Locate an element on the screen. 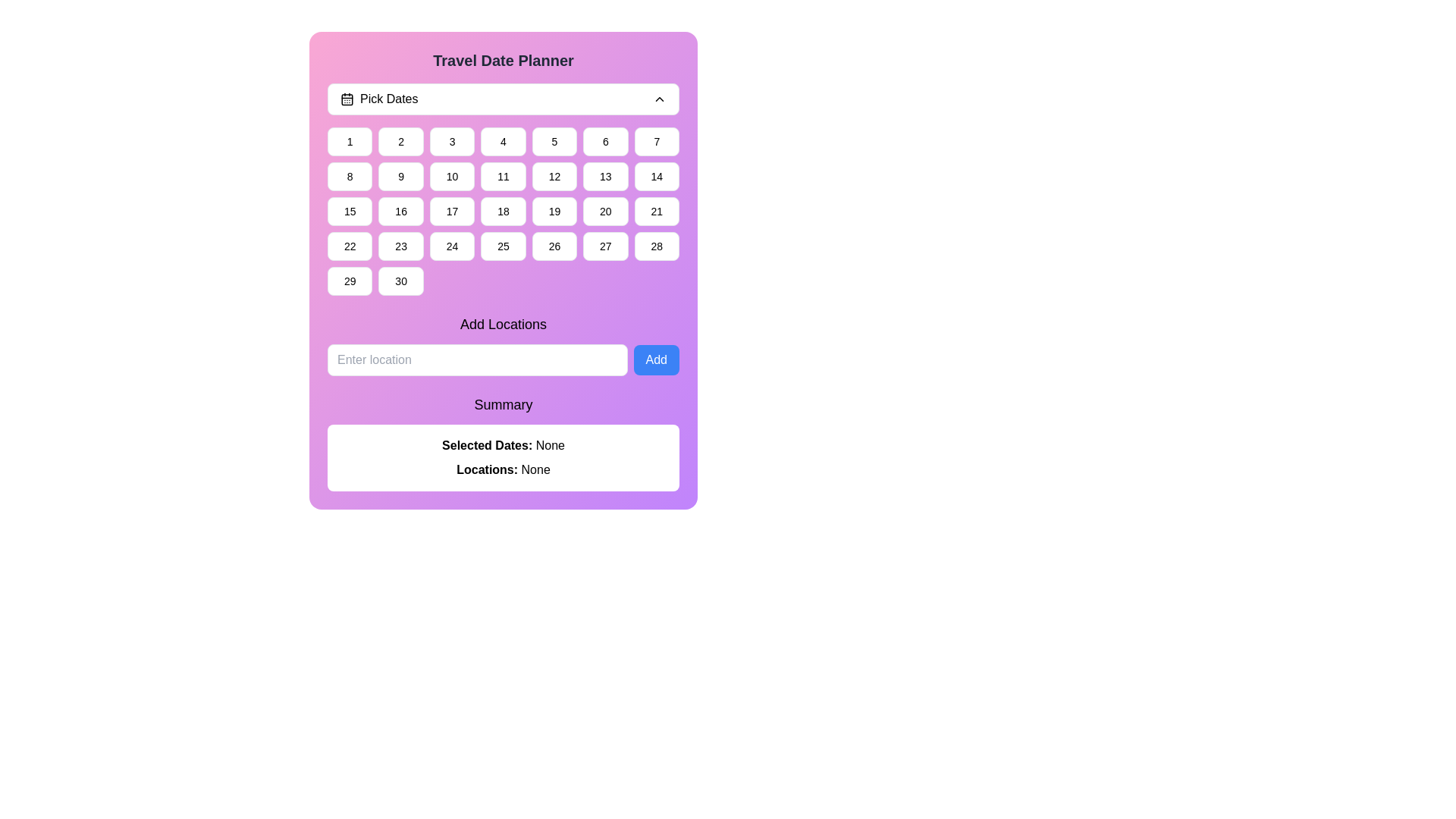 The image size is (1456, 819). the selectable button located in the seventh position of the first row in the grid structure is located at coordinates (656, 141).